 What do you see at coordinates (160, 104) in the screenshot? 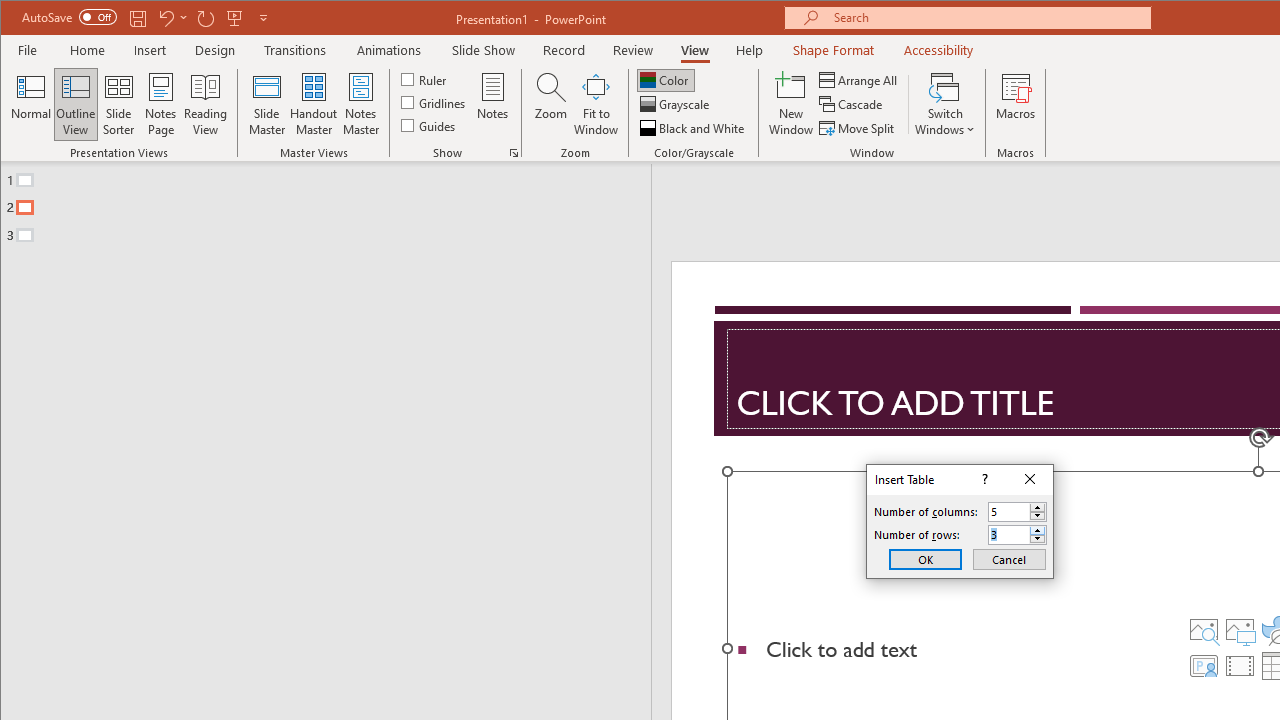
I see `'Notes Page'` at bounding box center [160, 104].